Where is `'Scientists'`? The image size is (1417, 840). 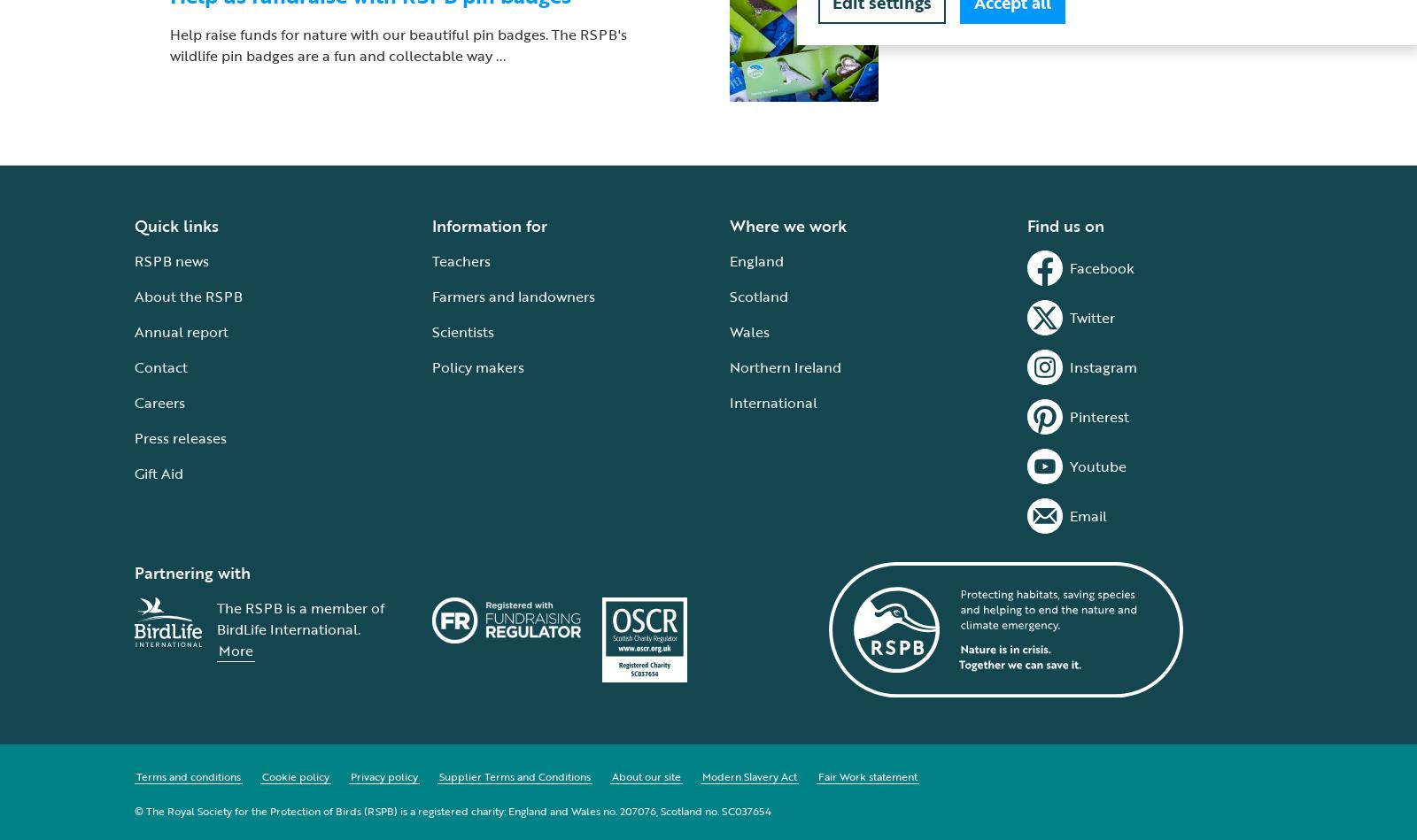
'Scientists' is located at coordinates (462, 331).